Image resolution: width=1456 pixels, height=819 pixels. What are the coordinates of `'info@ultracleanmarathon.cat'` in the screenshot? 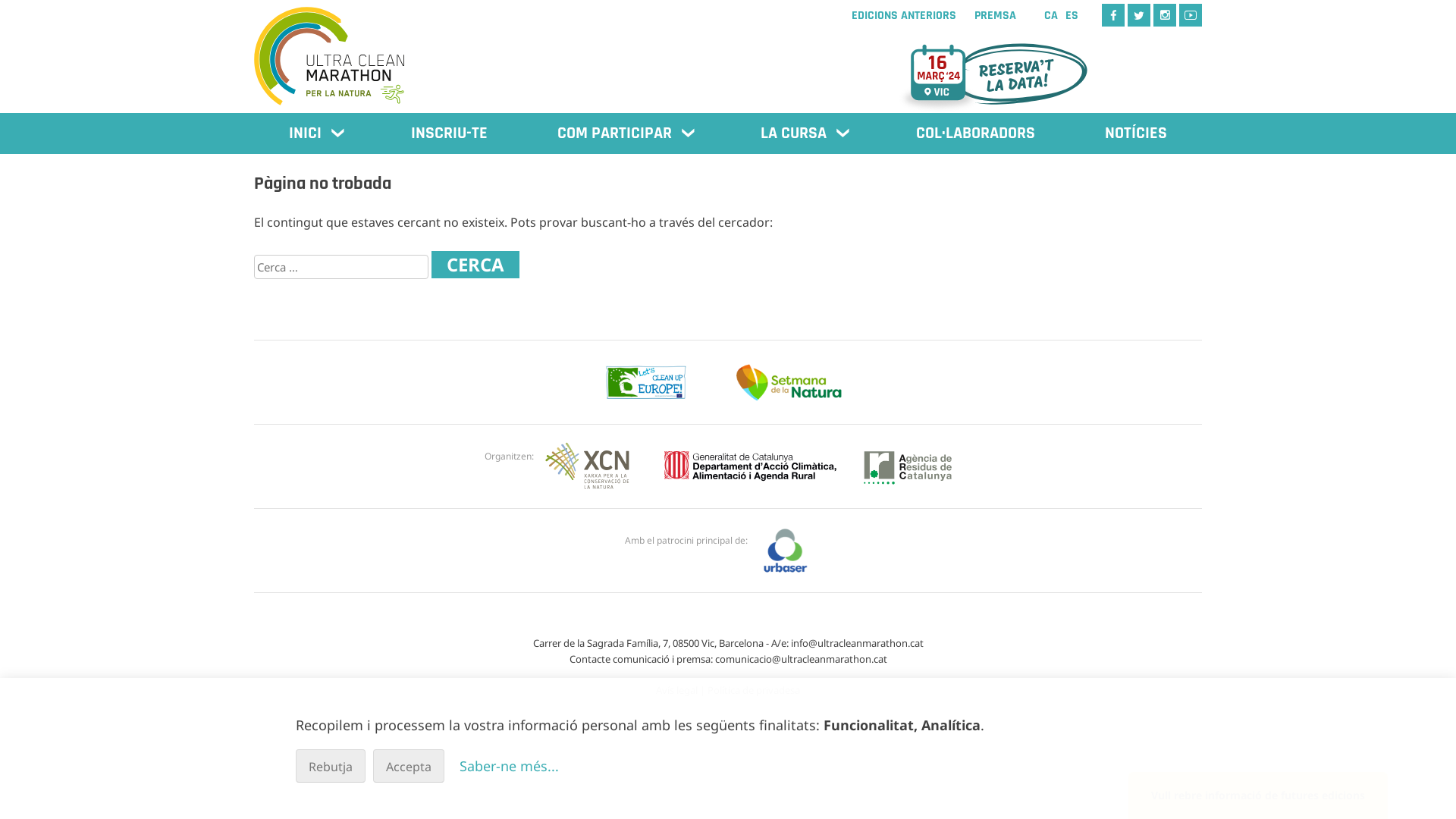 It's located at (856, 643).